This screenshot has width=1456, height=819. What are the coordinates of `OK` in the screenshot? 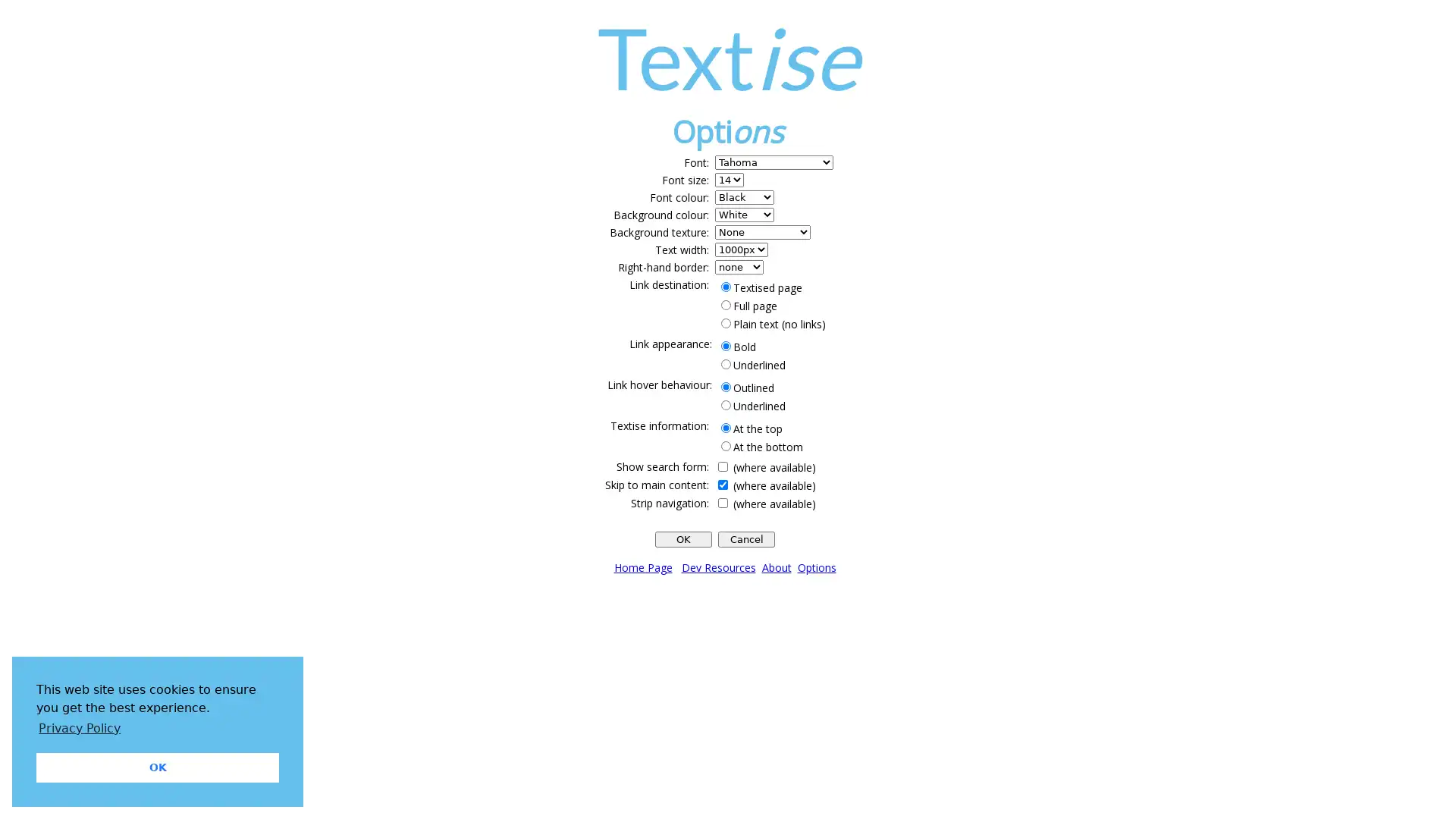 It's located at (682, 538).